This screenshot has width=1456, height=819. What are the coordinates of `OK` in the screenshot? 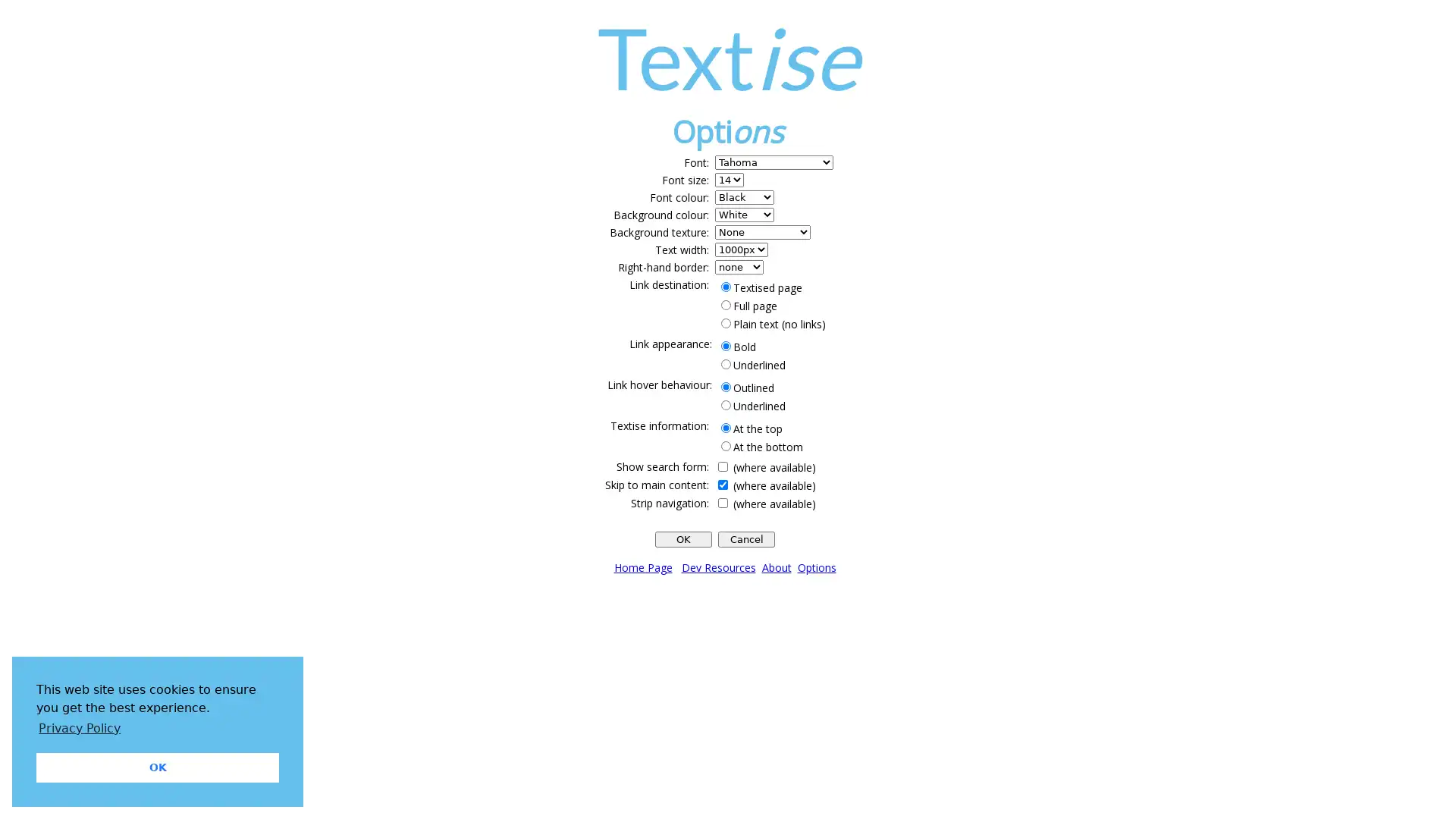 It's located at (682, 538).